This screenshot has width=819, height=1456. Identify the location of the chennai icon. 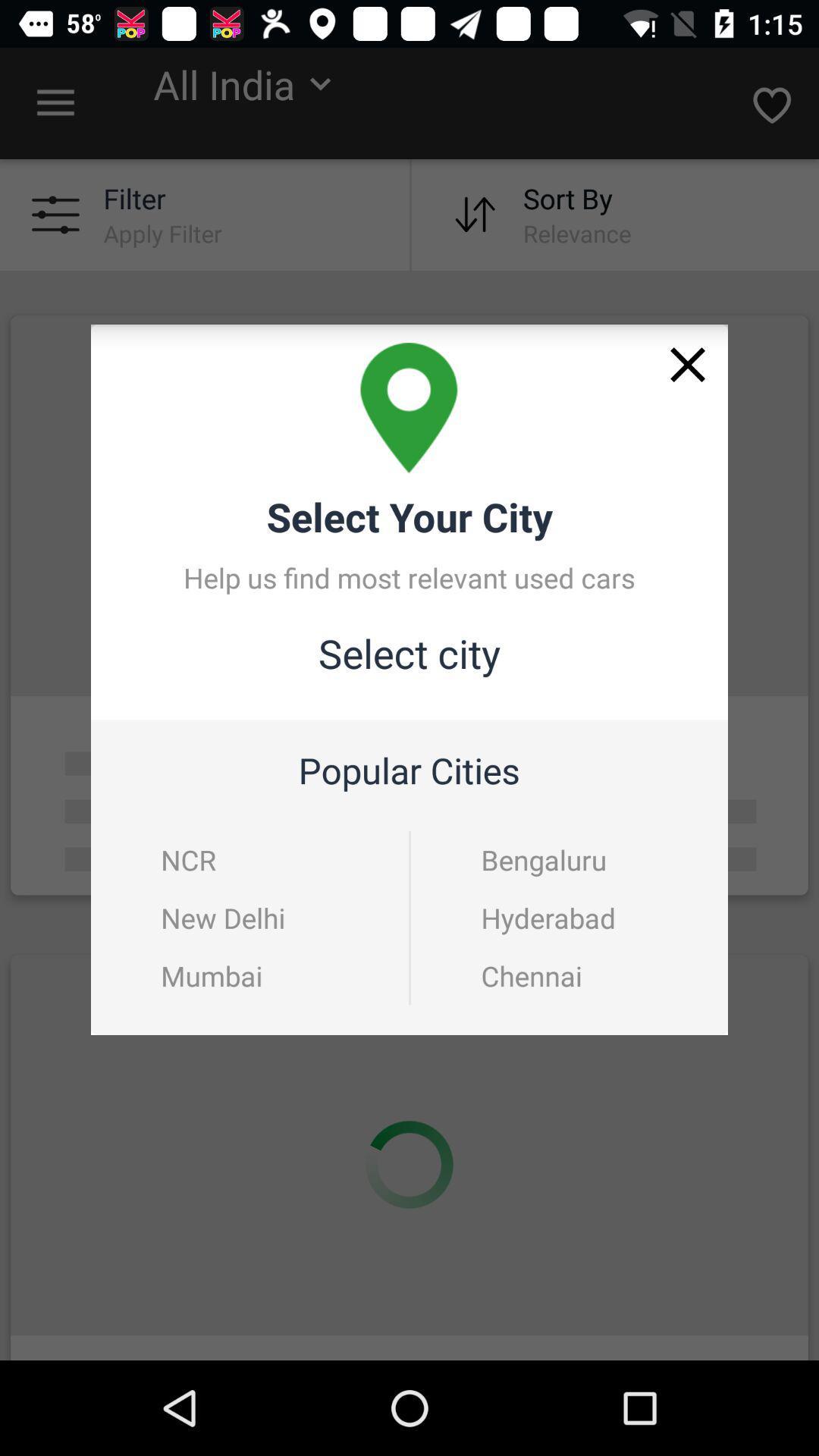
(570, 975).